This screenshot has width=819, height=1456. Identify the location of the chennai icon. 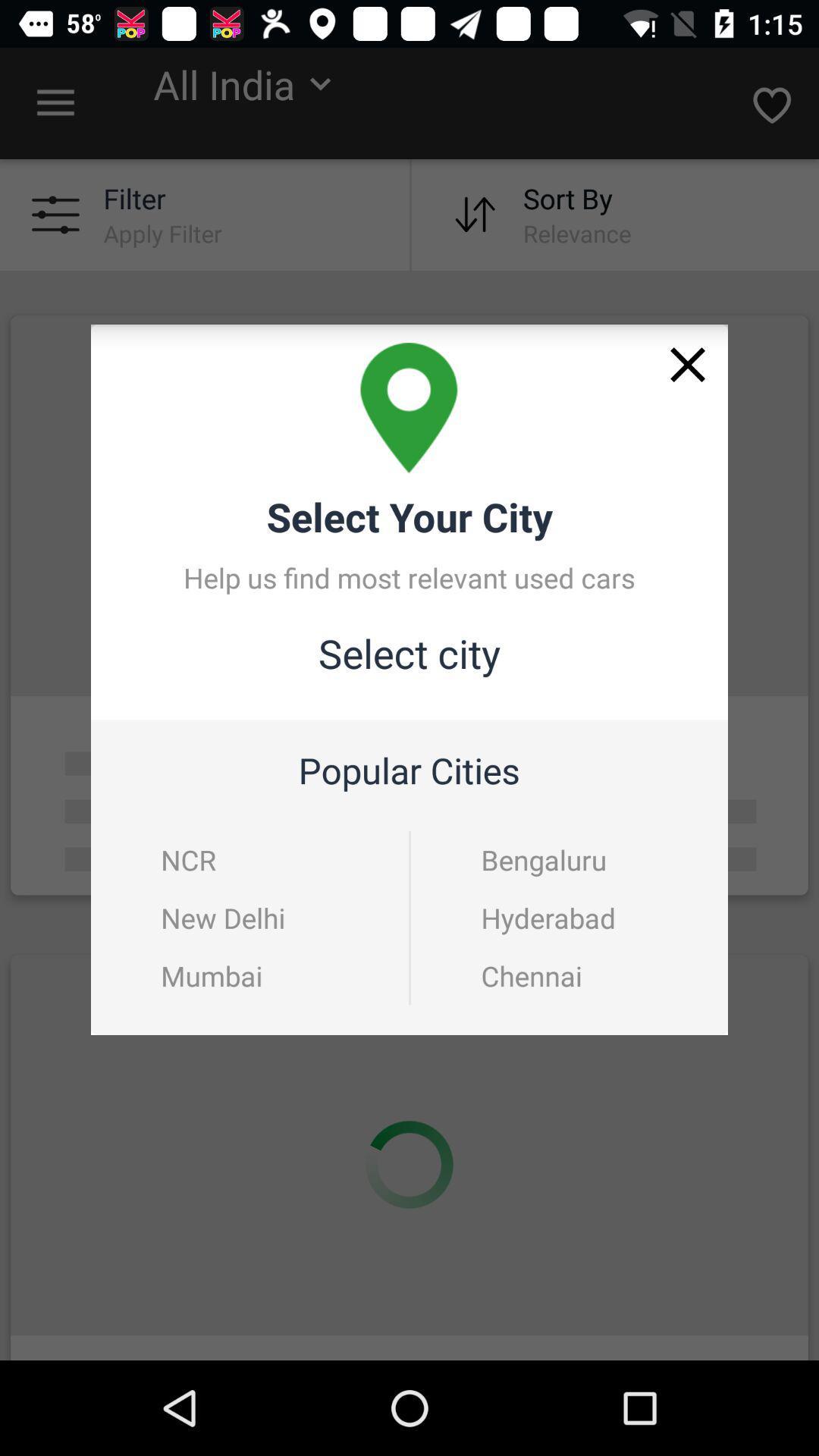
(570, 975).